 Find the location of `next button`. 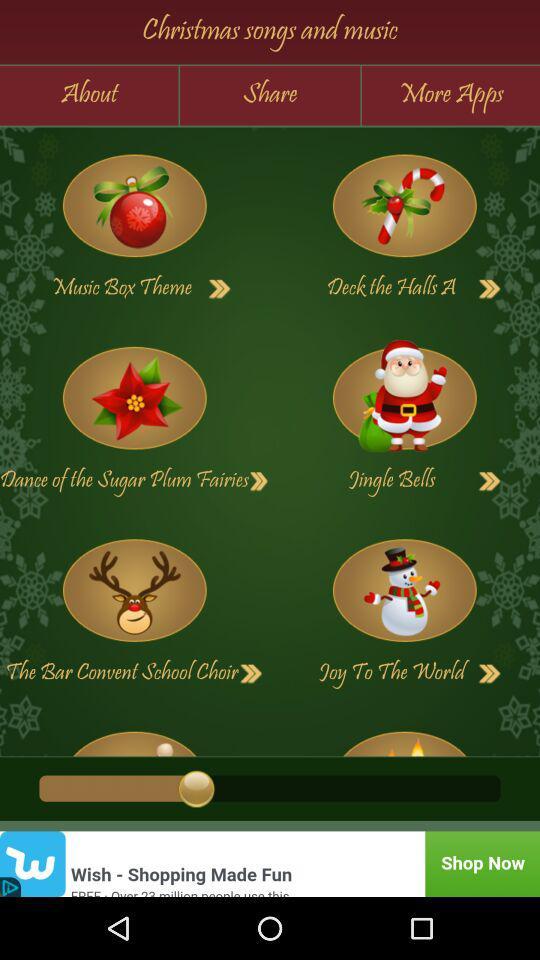

next button is located at coordinates (219, 288).